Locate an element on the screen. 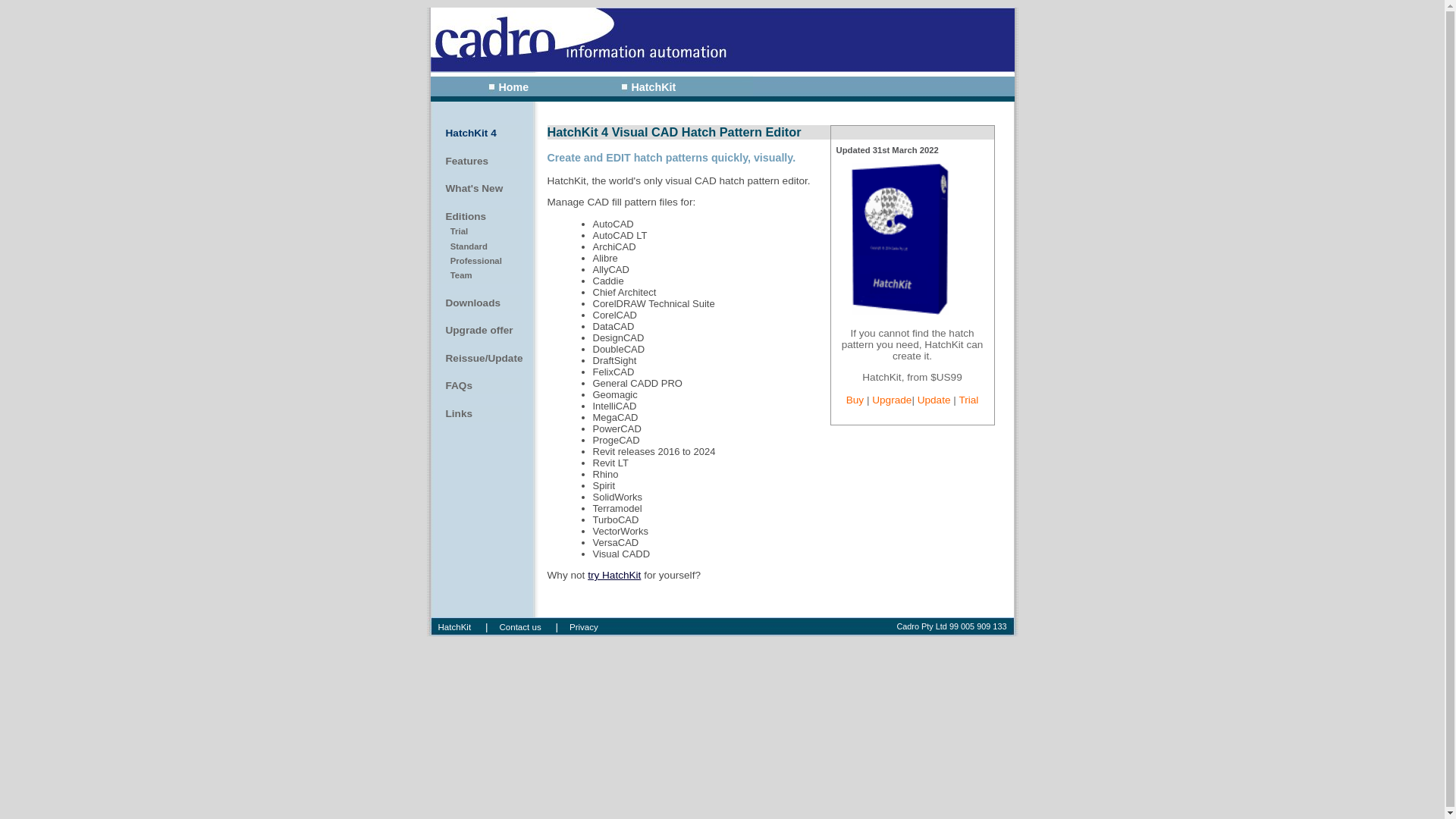 The image size is (1456, 819). 'Editions' is located at coordinates (437, 216).